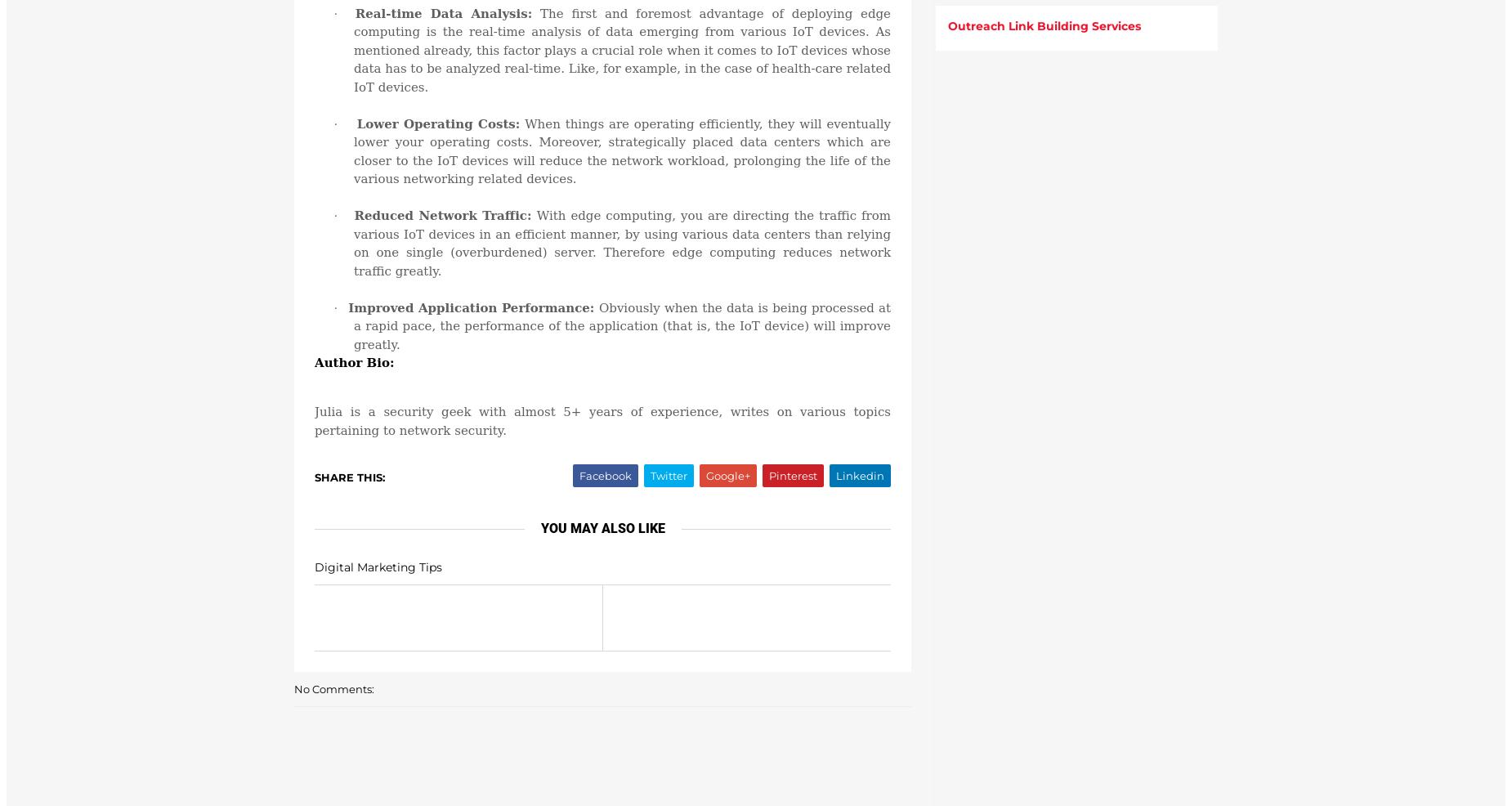 This screenshot has width=1512, height=806. What do you see at coordinates (622, 150) in the screenshot?
I see `'When things
are operating efficiently, they will eventually lower your operating costs.
Moreover, strategically placed data centers which are closer to the IoT devices
will reduce the network workload, prolonging the life of the various networking
related devices.'` at bounding box center [622, 150].